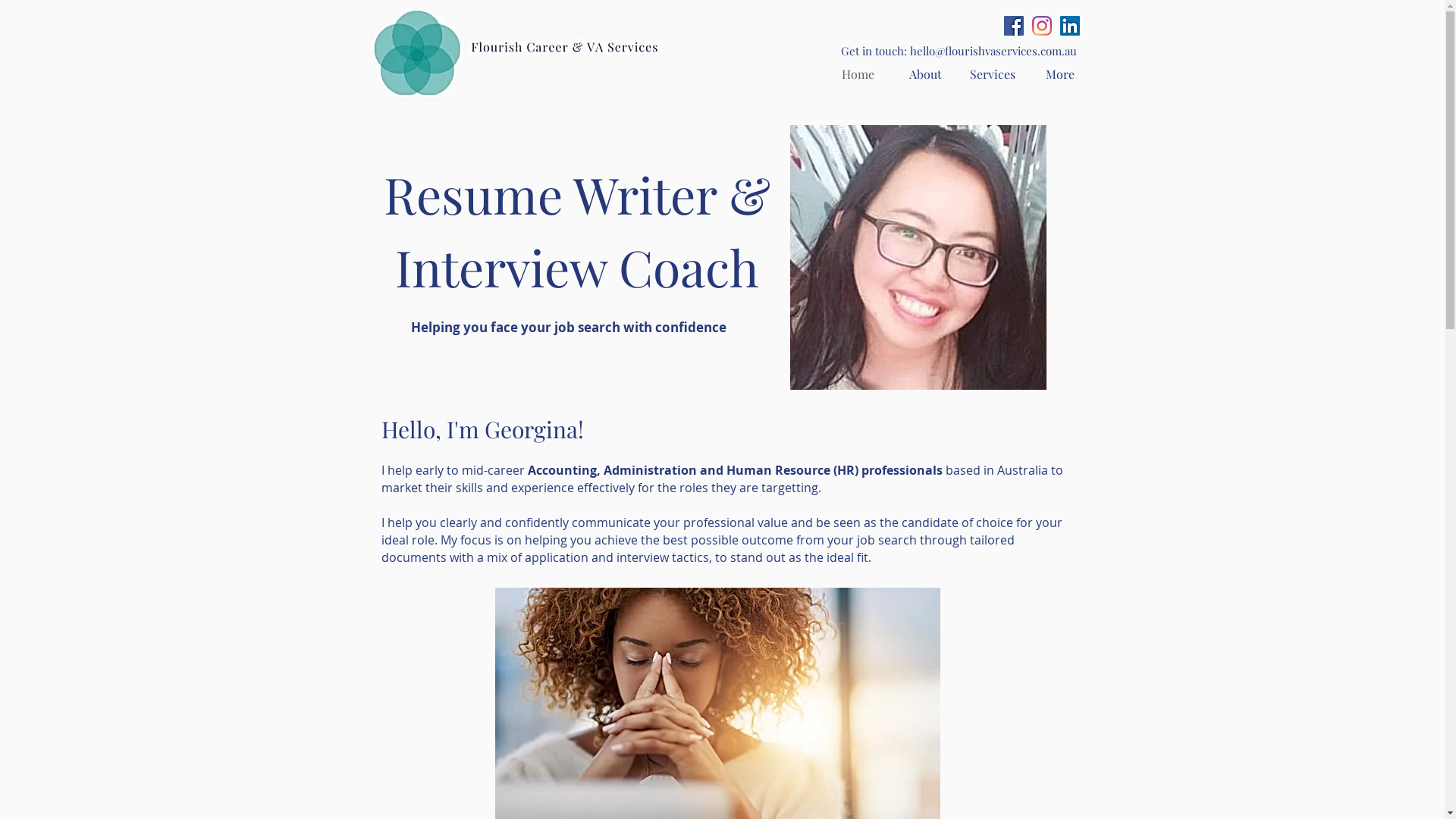  What do you see at coordinates (924, 74) in the screenshot?
I see `'About'` at bounding box center [924, 74].